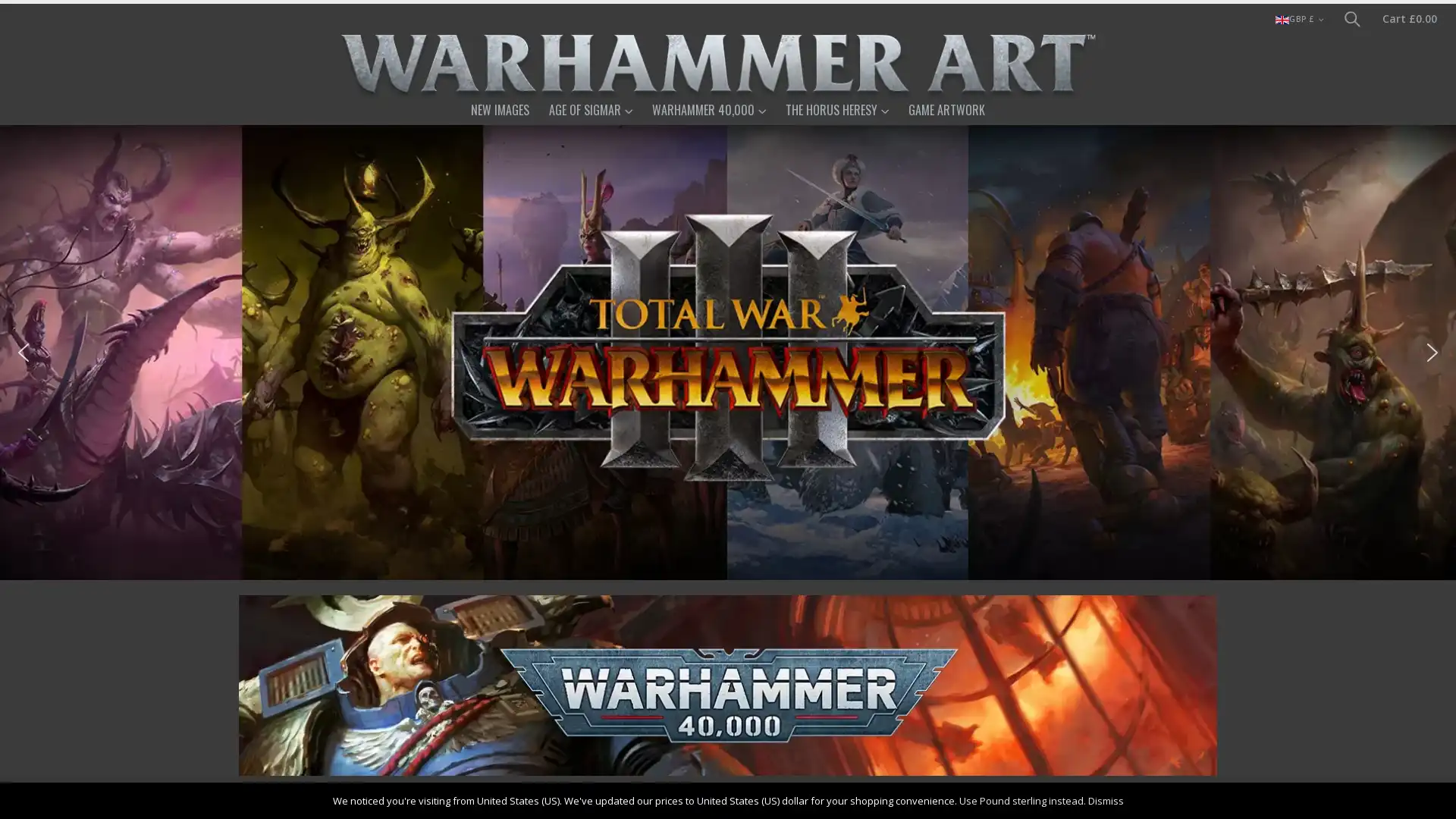  I want to click on previous arrow, so click(23, 351).